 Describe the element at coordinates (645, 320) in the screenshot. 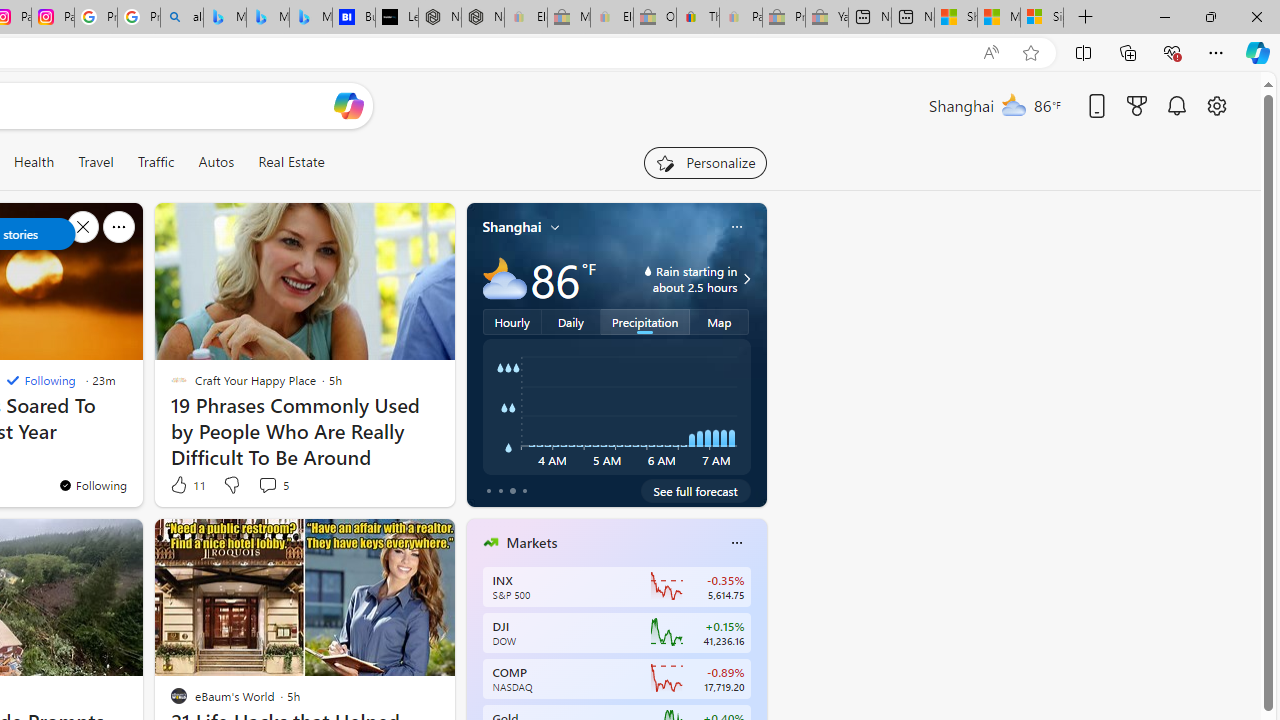

I see `'Precipitation'` at that location.